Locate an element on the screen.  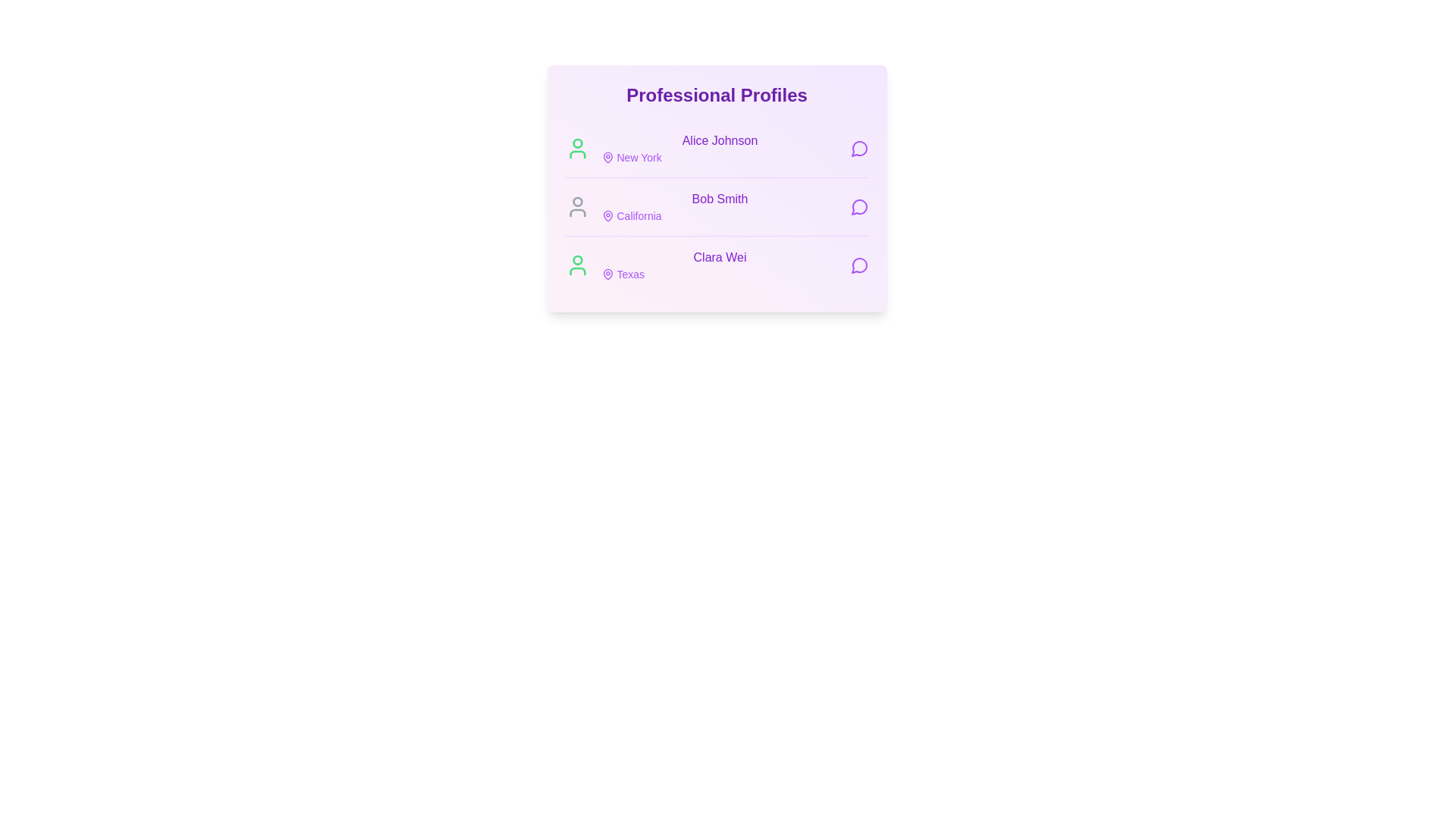
the user icon corresponding to Alice Johnson to indicate their online status is located at coordinates (576, 149).